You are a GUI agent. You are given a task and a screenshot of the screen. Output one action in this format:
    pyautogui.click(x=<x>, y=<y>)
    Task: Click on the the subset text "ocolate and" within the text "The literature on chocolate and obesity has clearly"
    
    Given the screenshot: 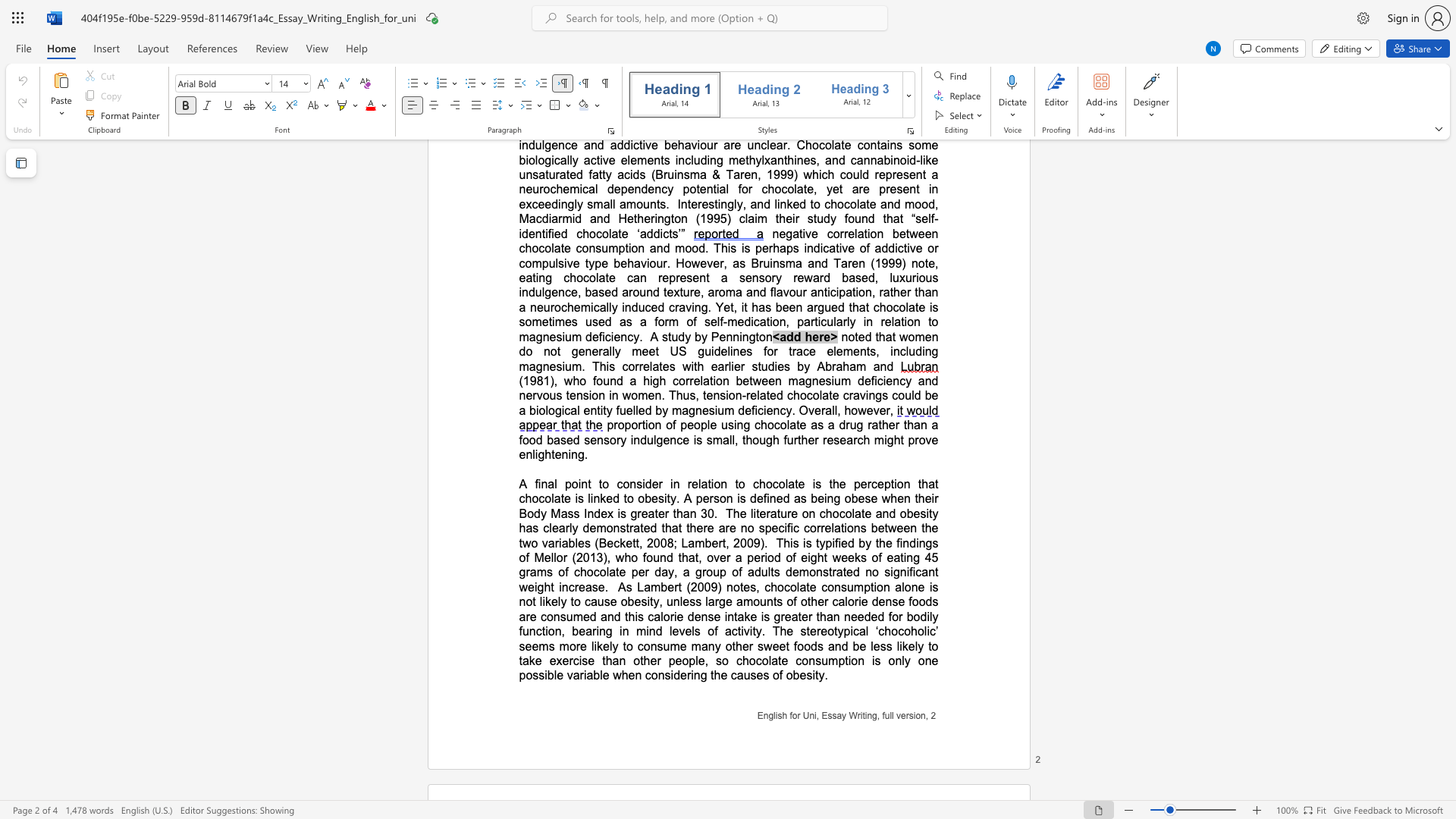 What is the action you would take?
    pyautogui.click(x=831, y=513)
    